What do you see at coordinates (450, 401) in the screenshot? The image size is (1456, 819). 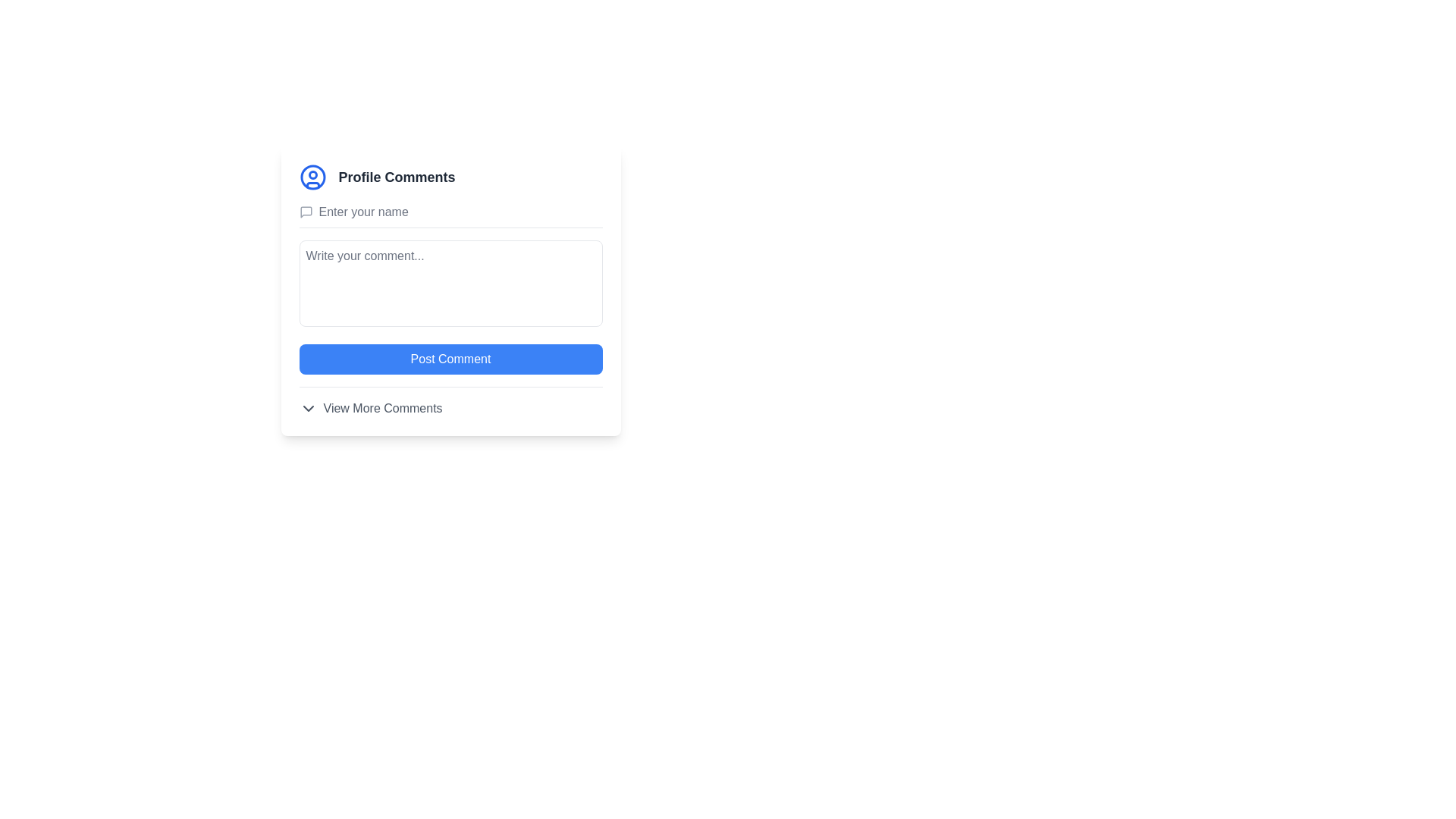 I see `the button that expands or displays additional comments, located at the bottom of the comment section, just below the 'Post Comment' button` at bounding box center [450, 401].